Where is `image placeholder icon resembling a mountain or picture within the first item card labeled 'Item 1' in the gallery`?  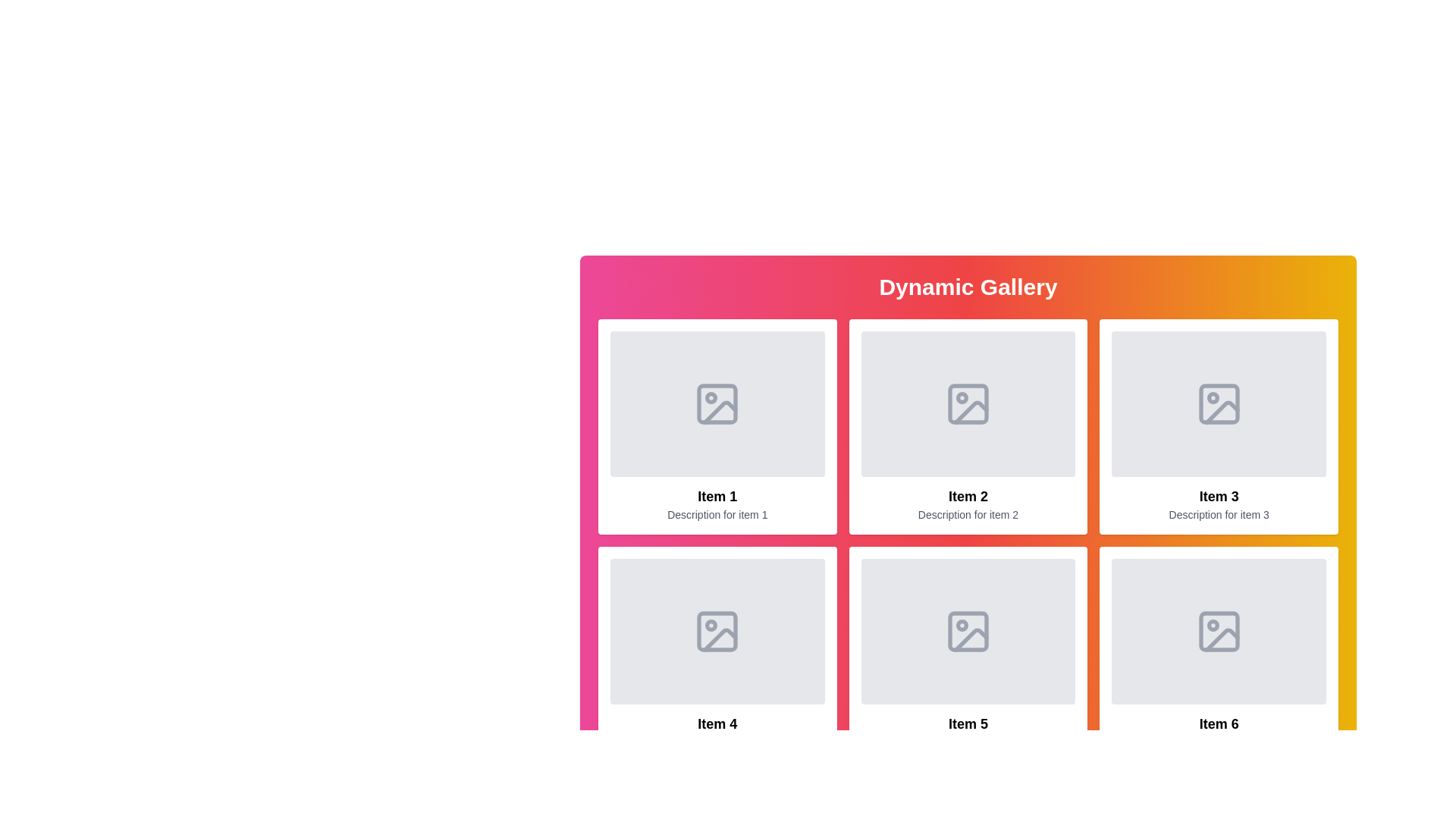
image placeholder icon resembling a mountain or picture within the first item card labeled 'Item 1' in the gallery is located at coordinates (717, 403).